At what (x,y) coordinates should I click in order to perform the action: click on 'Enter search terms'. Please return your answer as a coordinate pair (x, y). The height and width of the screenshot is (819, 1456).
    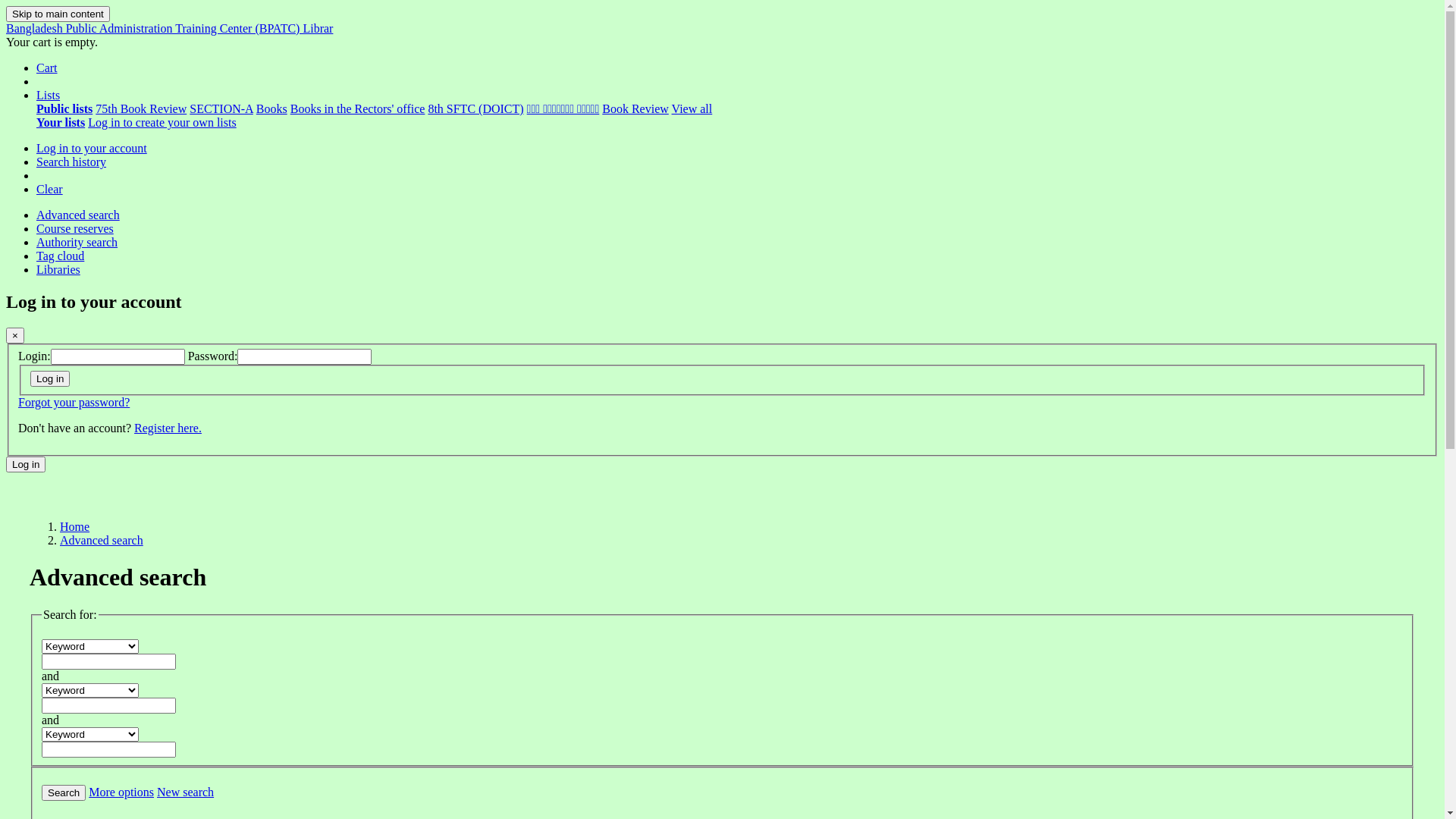
    Looking at the image, I should click on (41, 748).